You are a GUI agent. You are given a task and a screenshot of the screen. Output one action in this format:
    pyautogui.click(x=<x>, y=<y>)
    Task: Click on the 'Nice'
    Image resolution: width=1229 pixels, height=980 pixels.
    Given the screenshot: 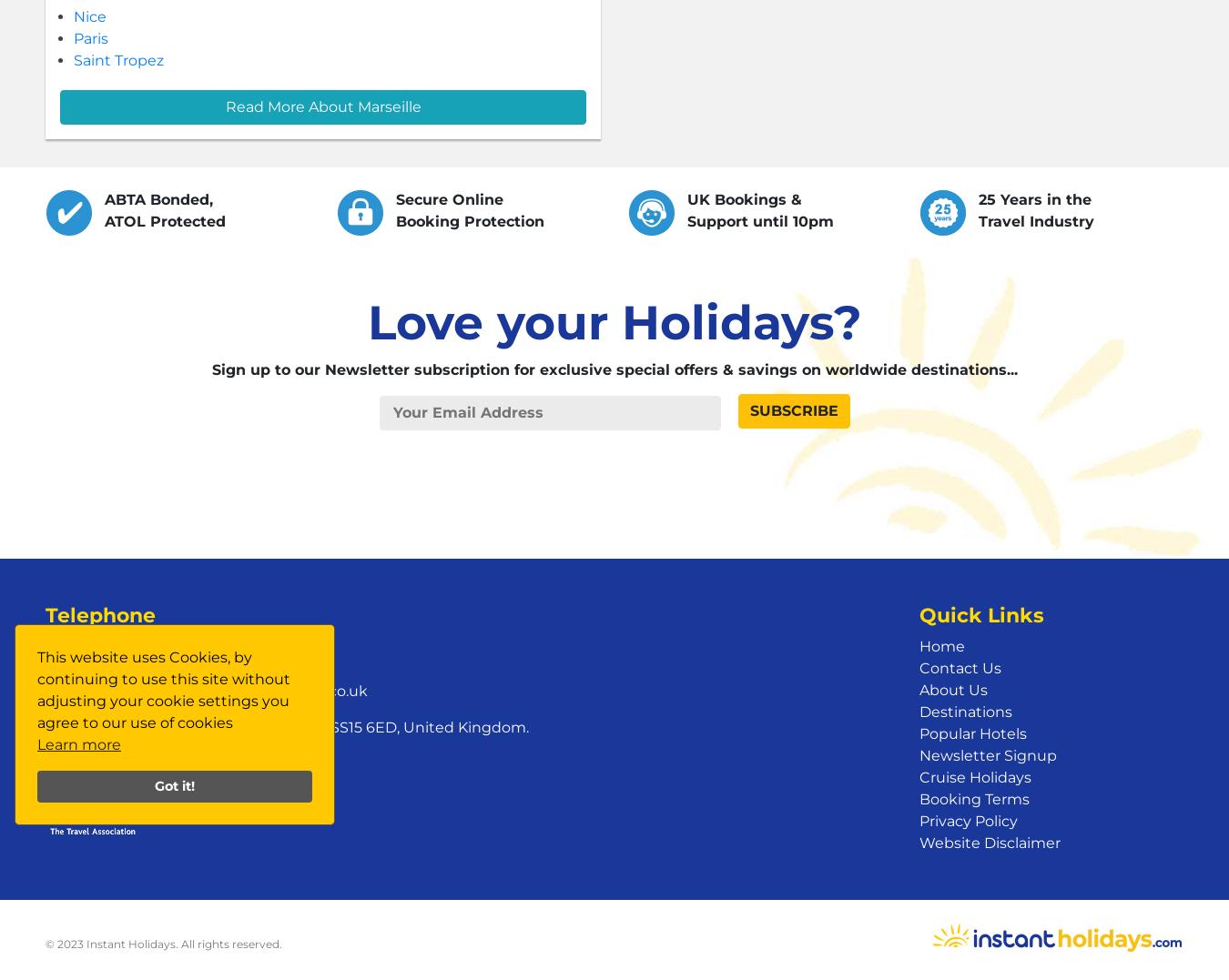 What is the action you would take?
    pyautogui.click(x=88, y=15)
    